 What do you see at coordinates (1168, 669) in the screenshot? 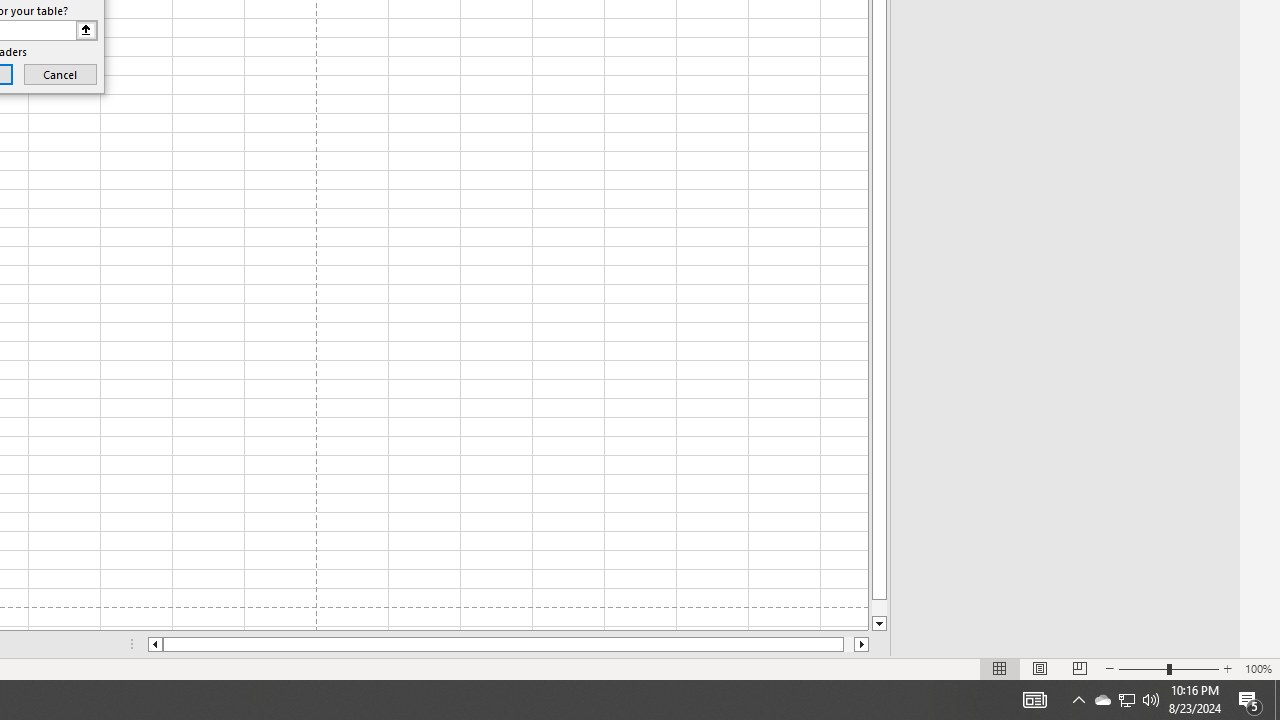
I see `'Zoom'` at bounding box center [1168, 669].